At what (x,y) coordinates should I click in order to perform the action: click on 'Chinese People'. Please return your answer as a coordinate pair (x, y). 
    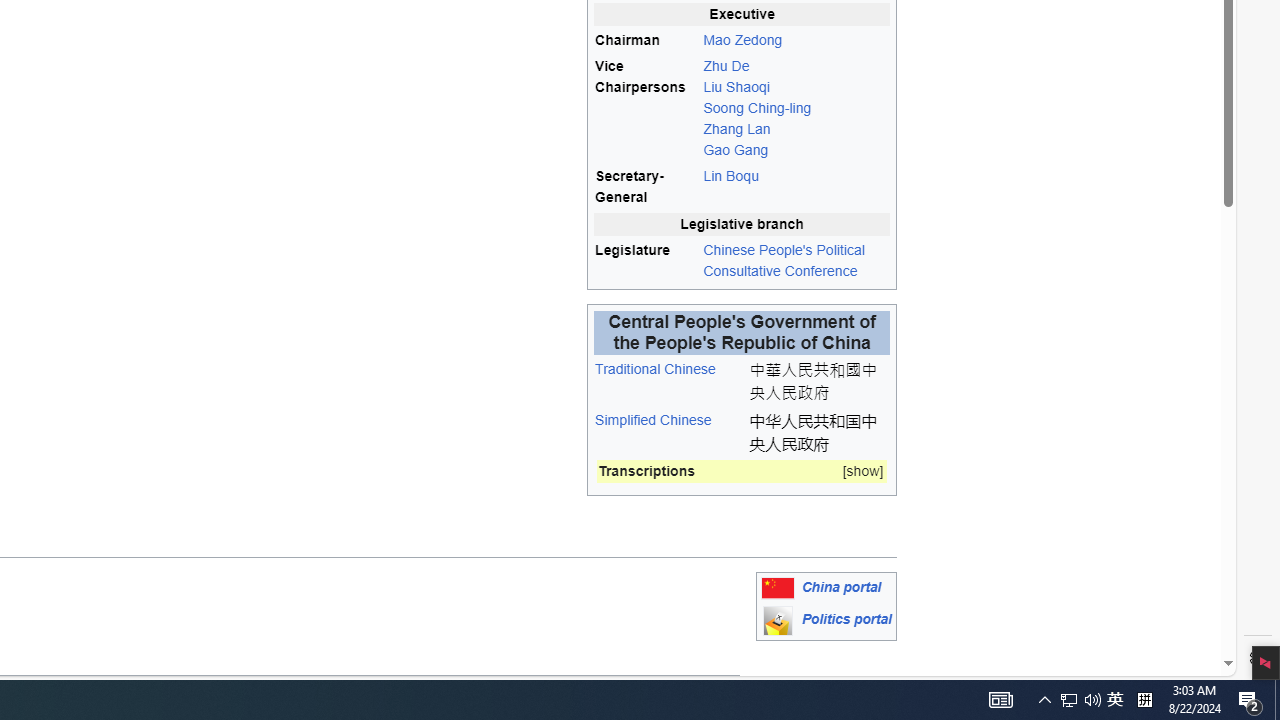
    Looking at the image, I should click on (783, 259).